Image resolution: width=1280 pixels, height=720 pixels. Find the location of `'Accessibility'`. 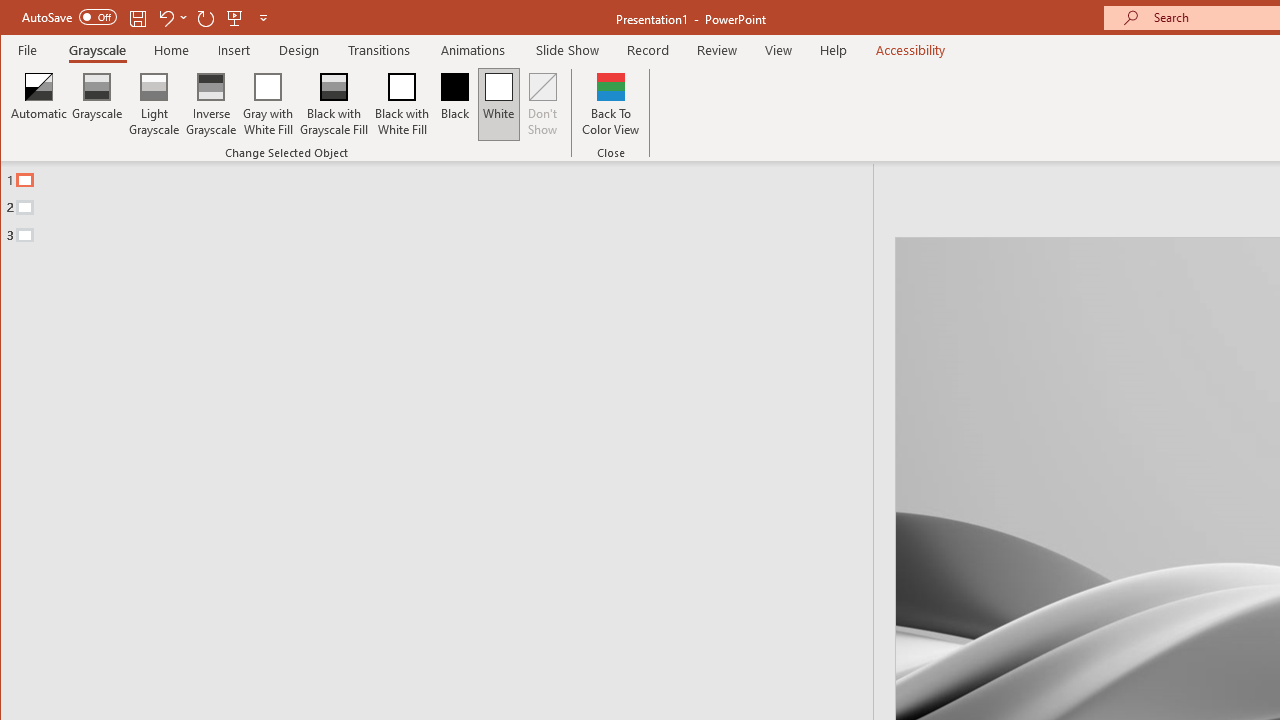

'Accessibility' is located at coordinates (909, 49).